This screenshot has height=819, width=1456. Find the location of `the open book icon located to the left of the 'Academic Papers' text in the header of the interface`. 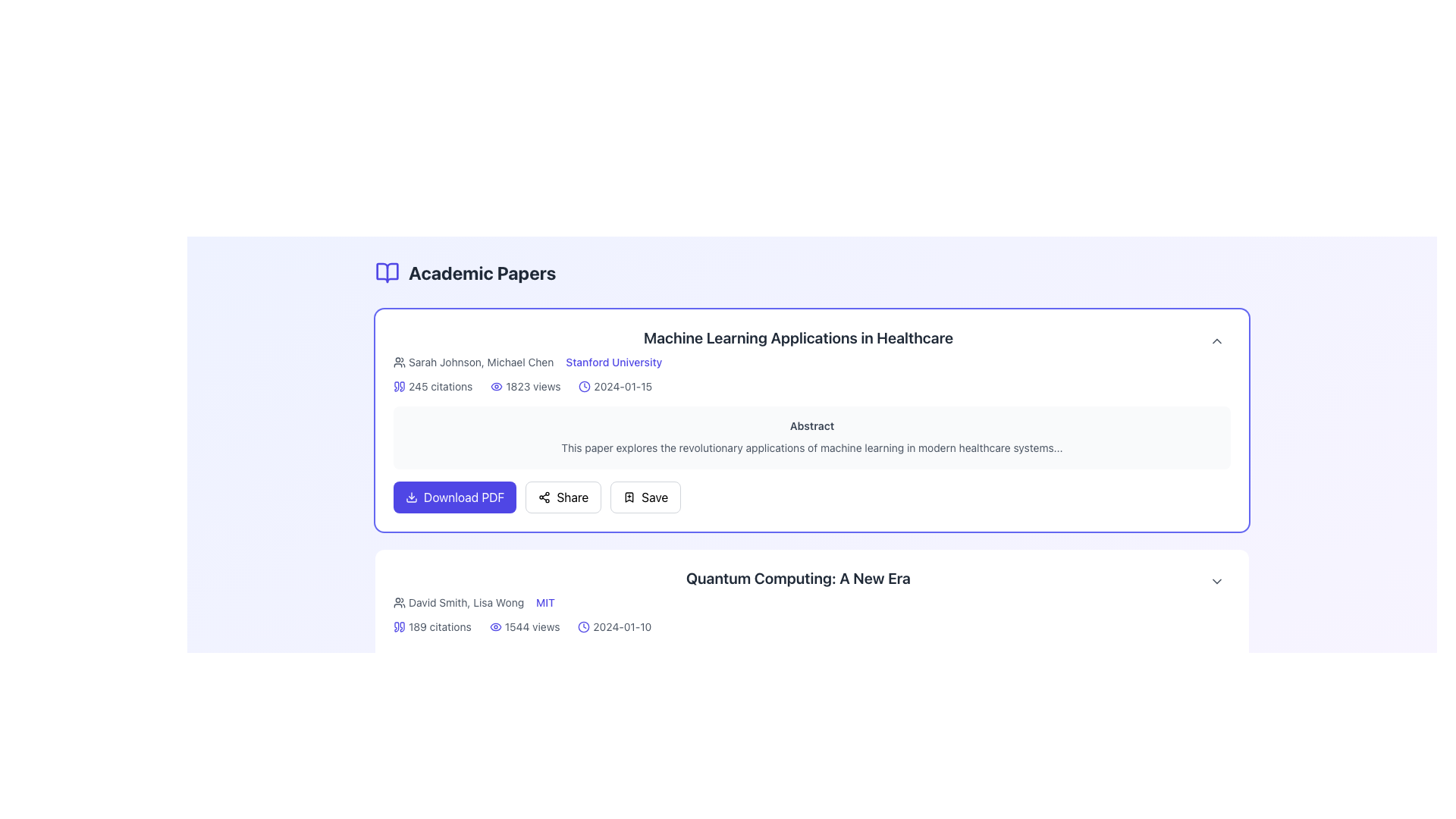

the open book icon located to the left of the 'Academic Papers' text in the header of the interface is located at coordinates (387, 271).